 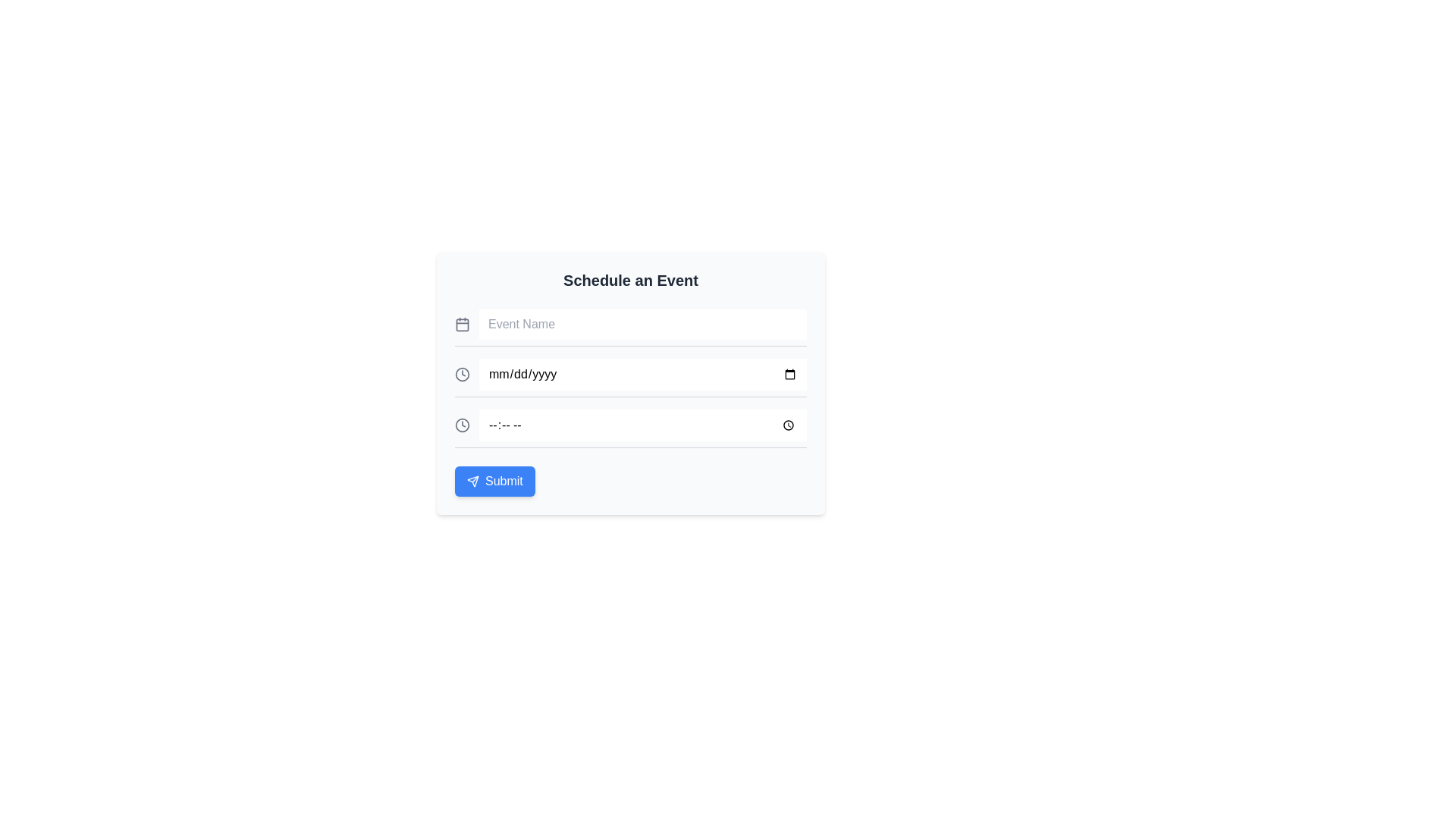 I want to click on the central circle of the minimalist clock icon, which is visually described as an SVG shape with a radius of 10 units, positioned to the left of the time input field labeled '--:--', so click(x=461, y=425).